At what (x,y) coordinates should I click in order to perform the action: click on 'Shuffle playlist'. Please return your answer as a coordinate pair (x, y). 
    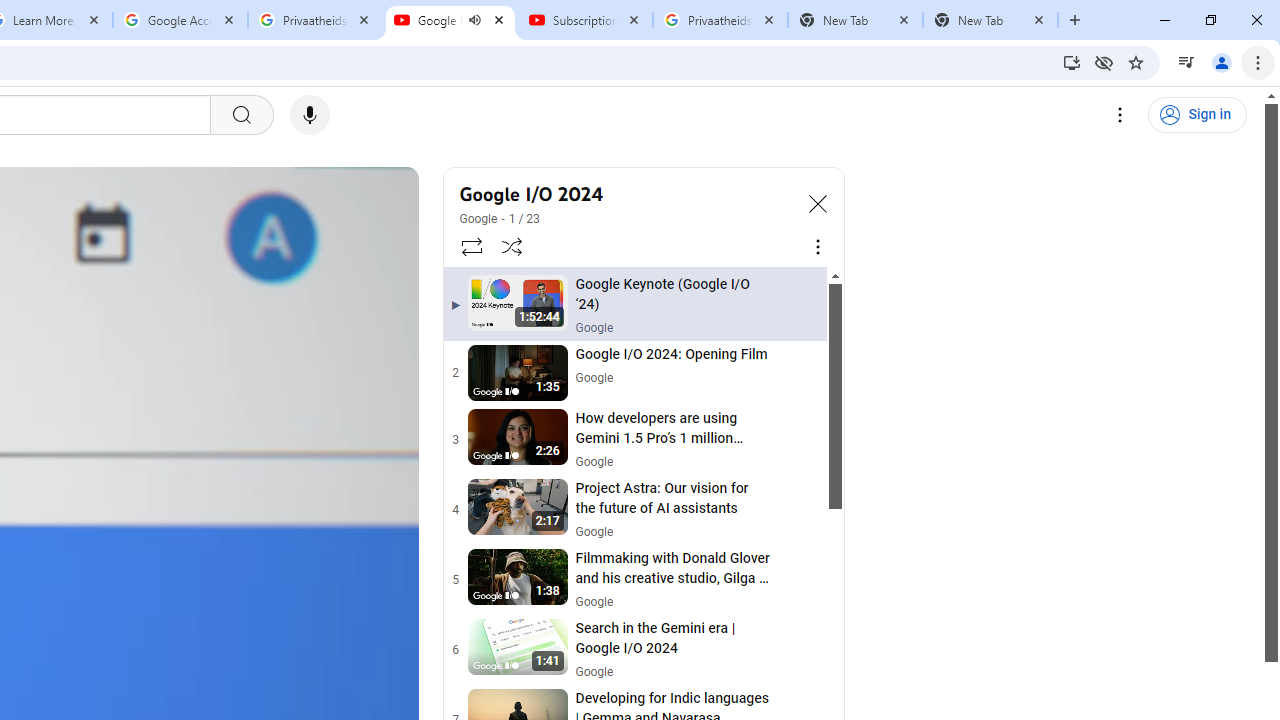
    Looking at the image, I should click on (512, 245).